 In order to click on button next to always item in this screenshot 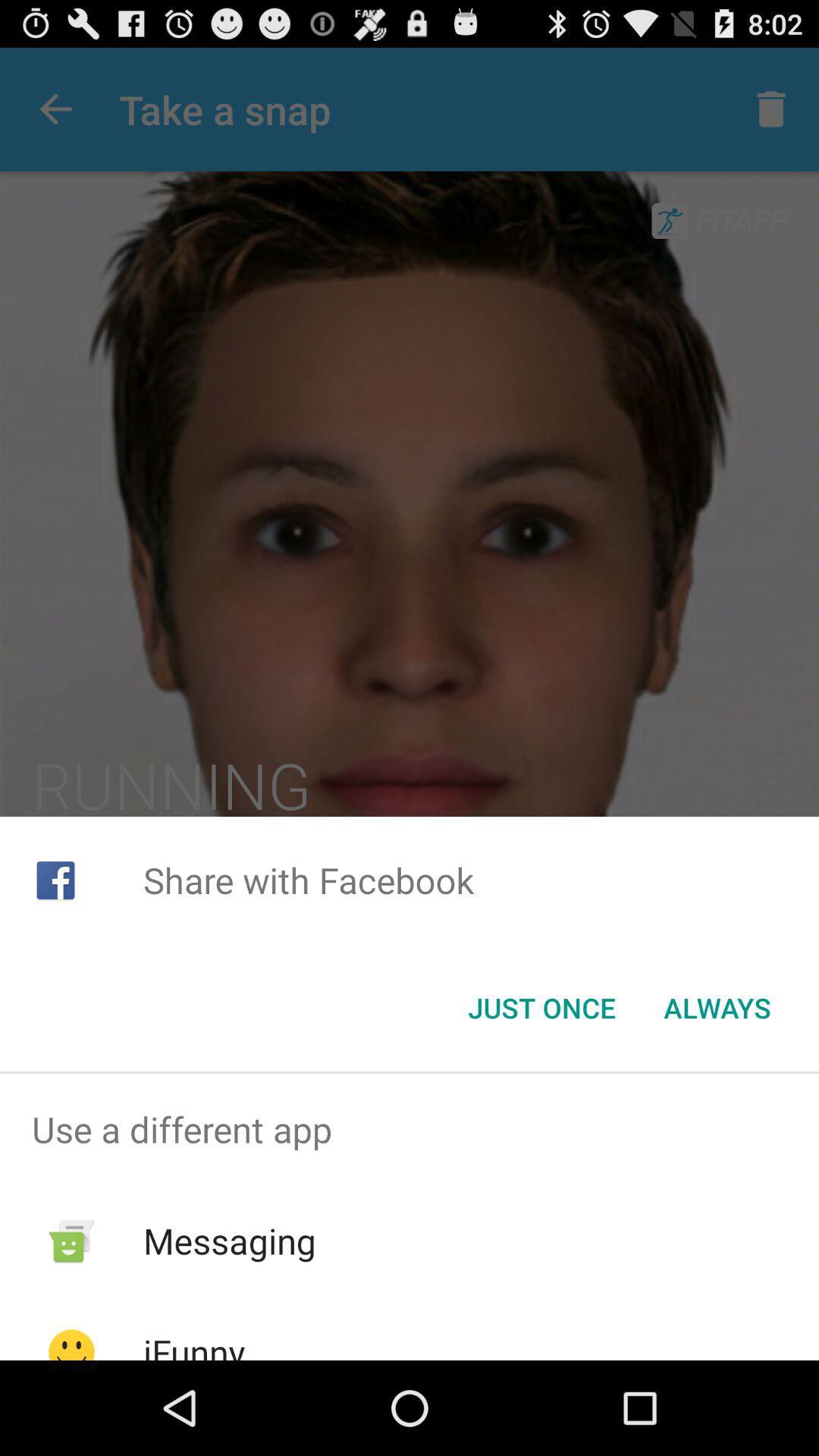, I will do `click(541, 1008)`.